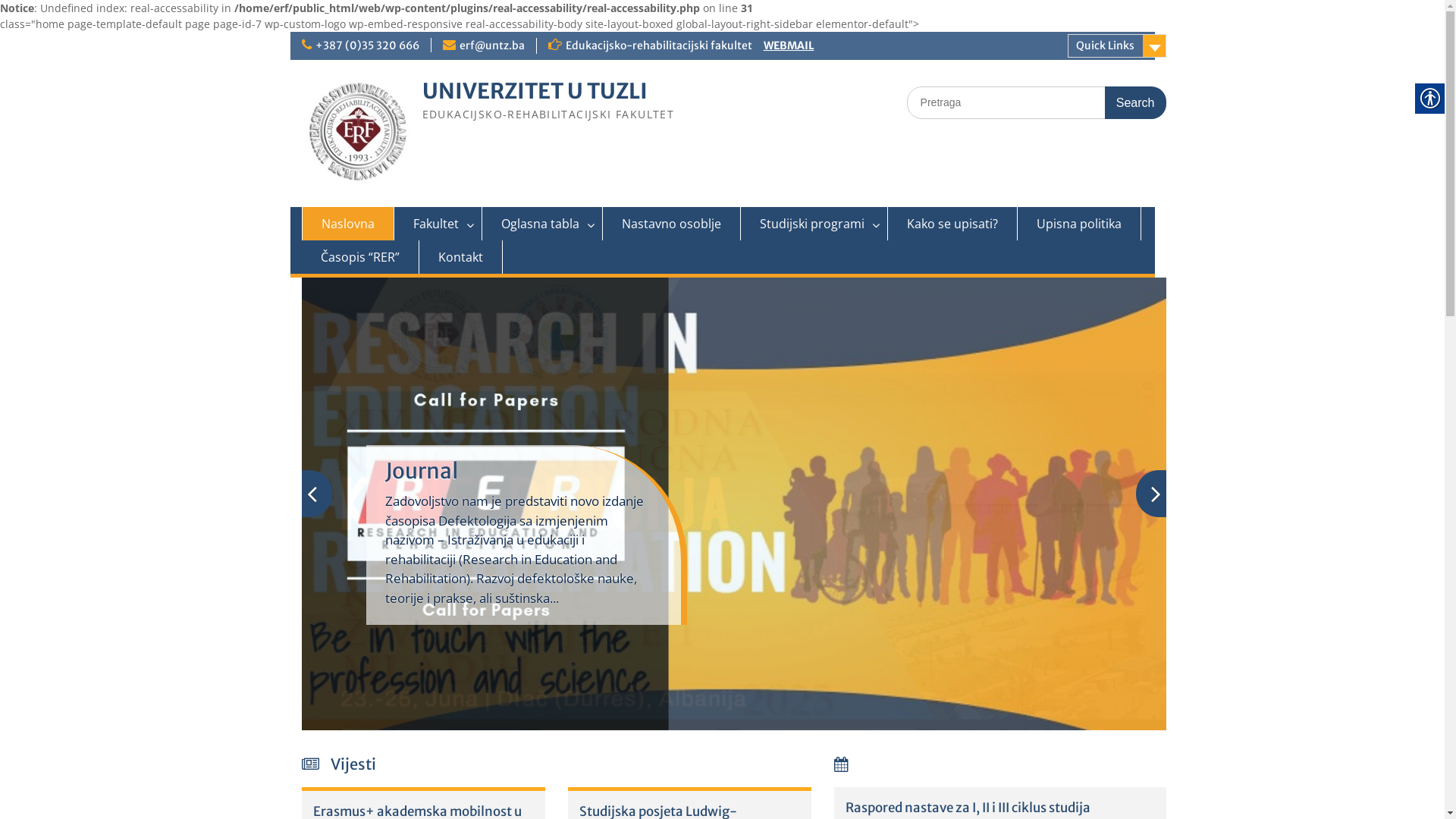  I want to click on 'Oglasna tabla', so click(542, 223).